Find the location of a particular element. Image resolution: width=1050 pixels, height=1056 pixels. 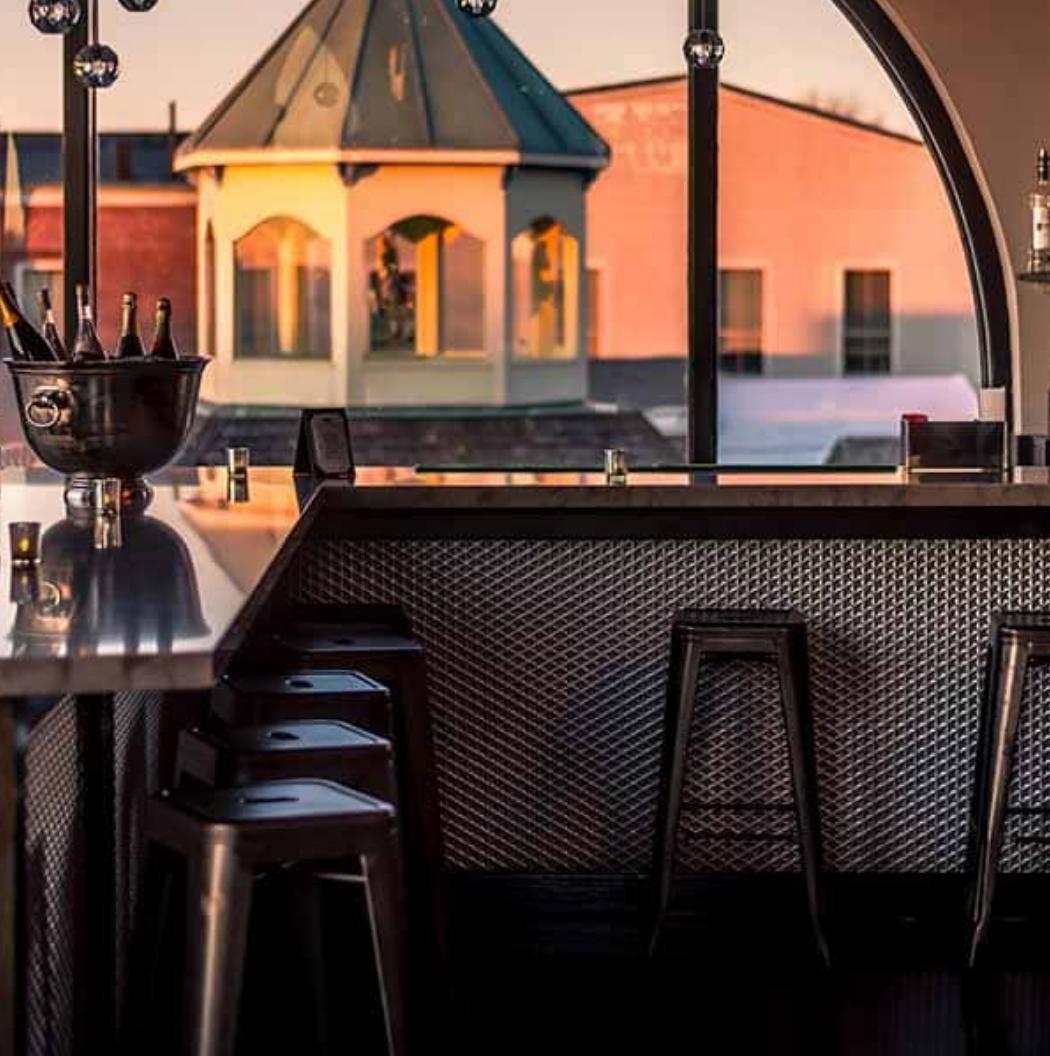

'[/db_pb_accordion]' is located at coordinates (164, 945).